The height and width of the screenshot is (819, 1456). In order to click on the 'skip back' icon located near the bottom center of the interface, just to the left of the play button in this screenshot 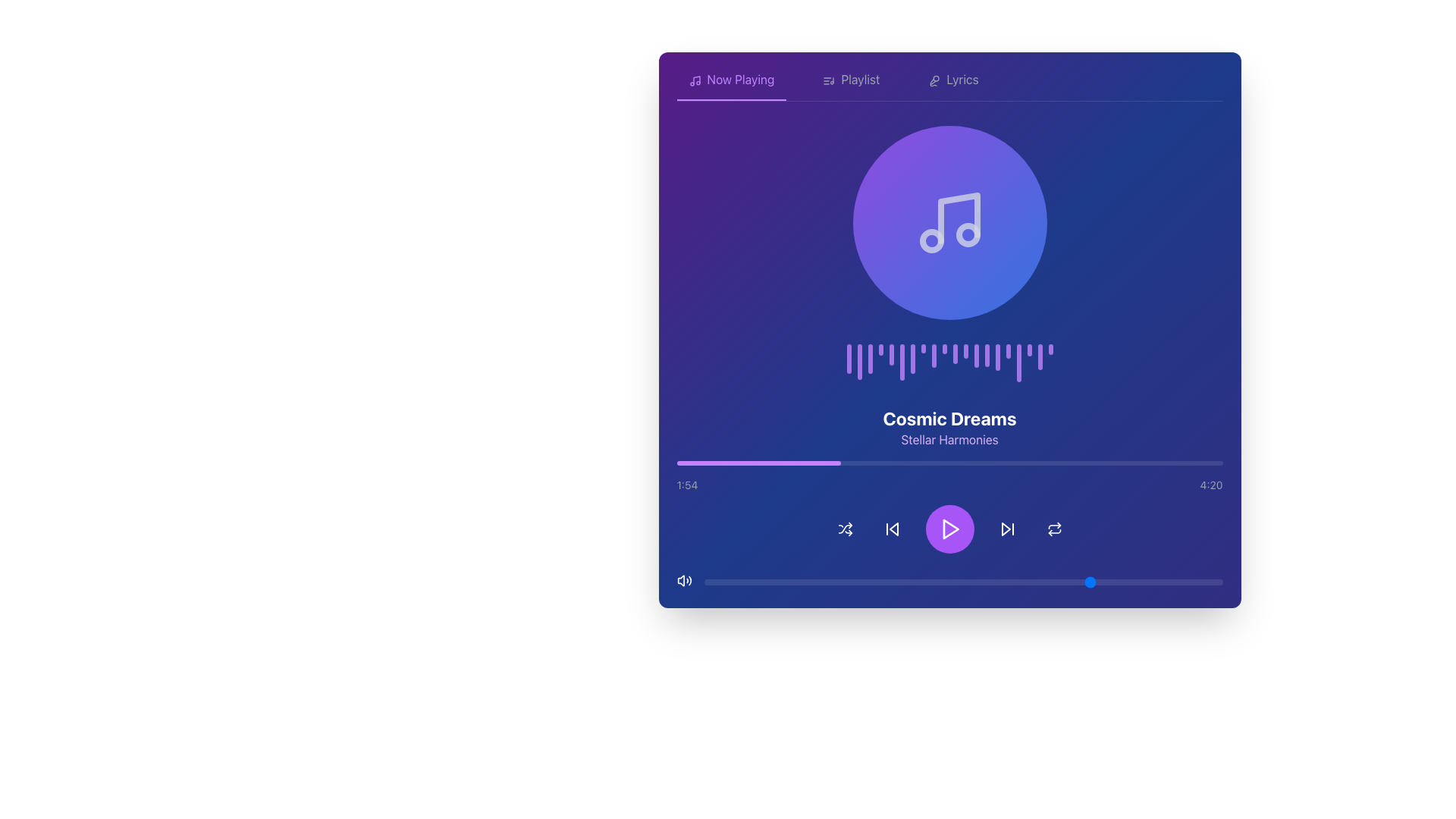, I will do `click(893, 529)`.